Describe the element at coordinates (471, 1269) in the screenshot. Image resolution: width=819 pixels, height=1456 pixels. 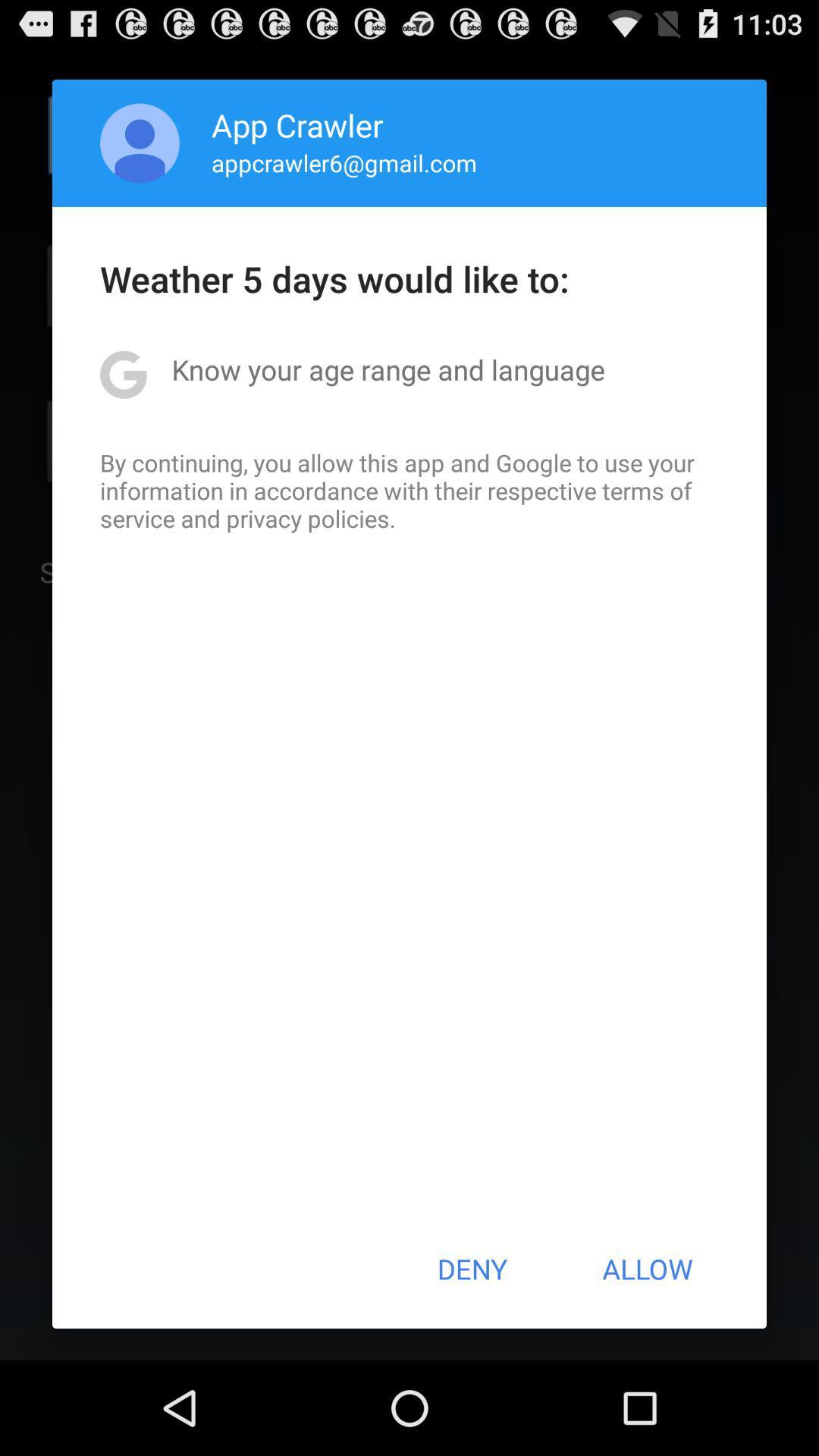
I see `icon next to the allow button` at that location.